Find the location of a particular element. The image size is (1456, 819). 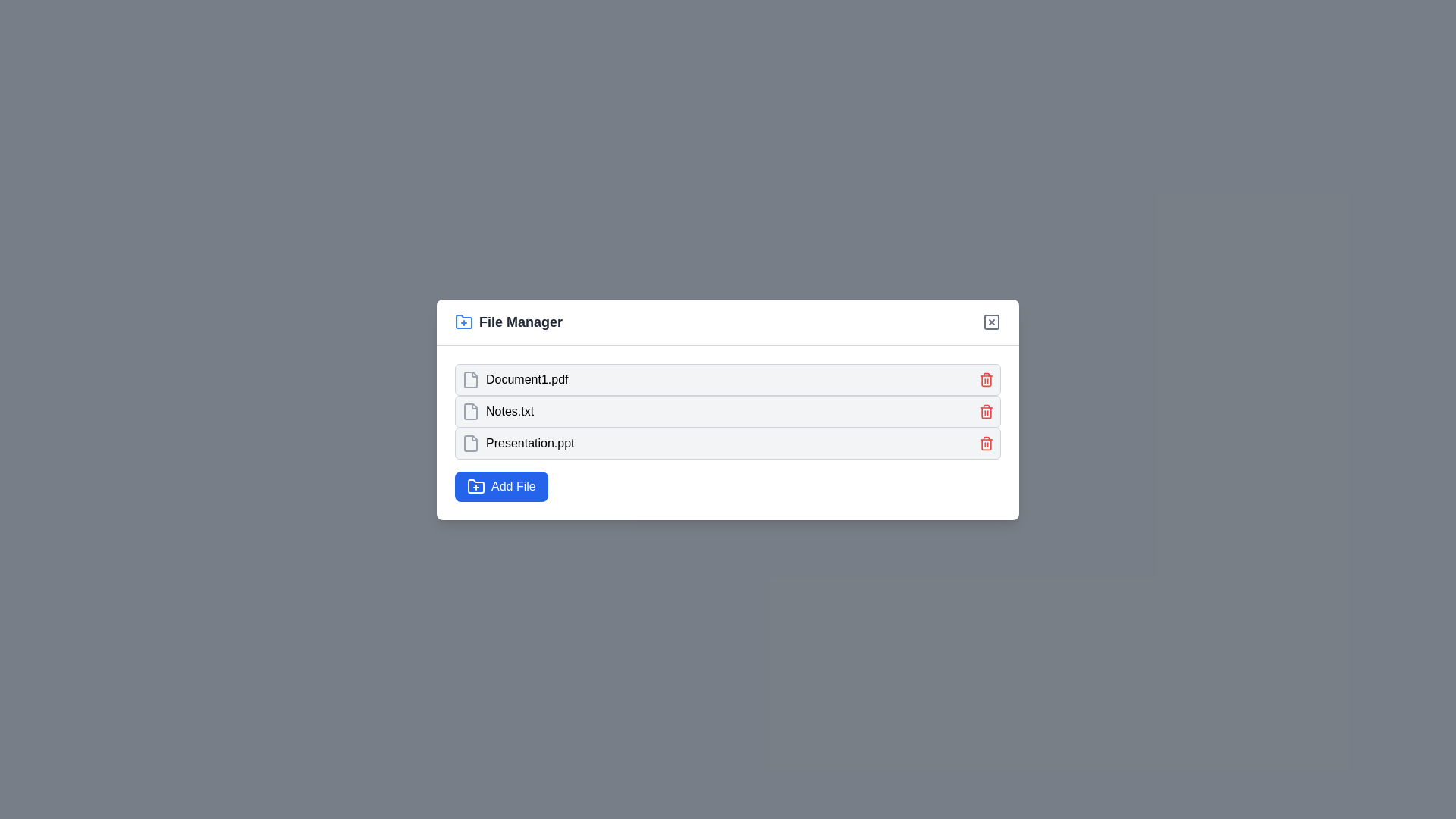

the text label indicating the file name 'Presentation.ppt' in the third row of the file list is located at coordinates (518, 443).